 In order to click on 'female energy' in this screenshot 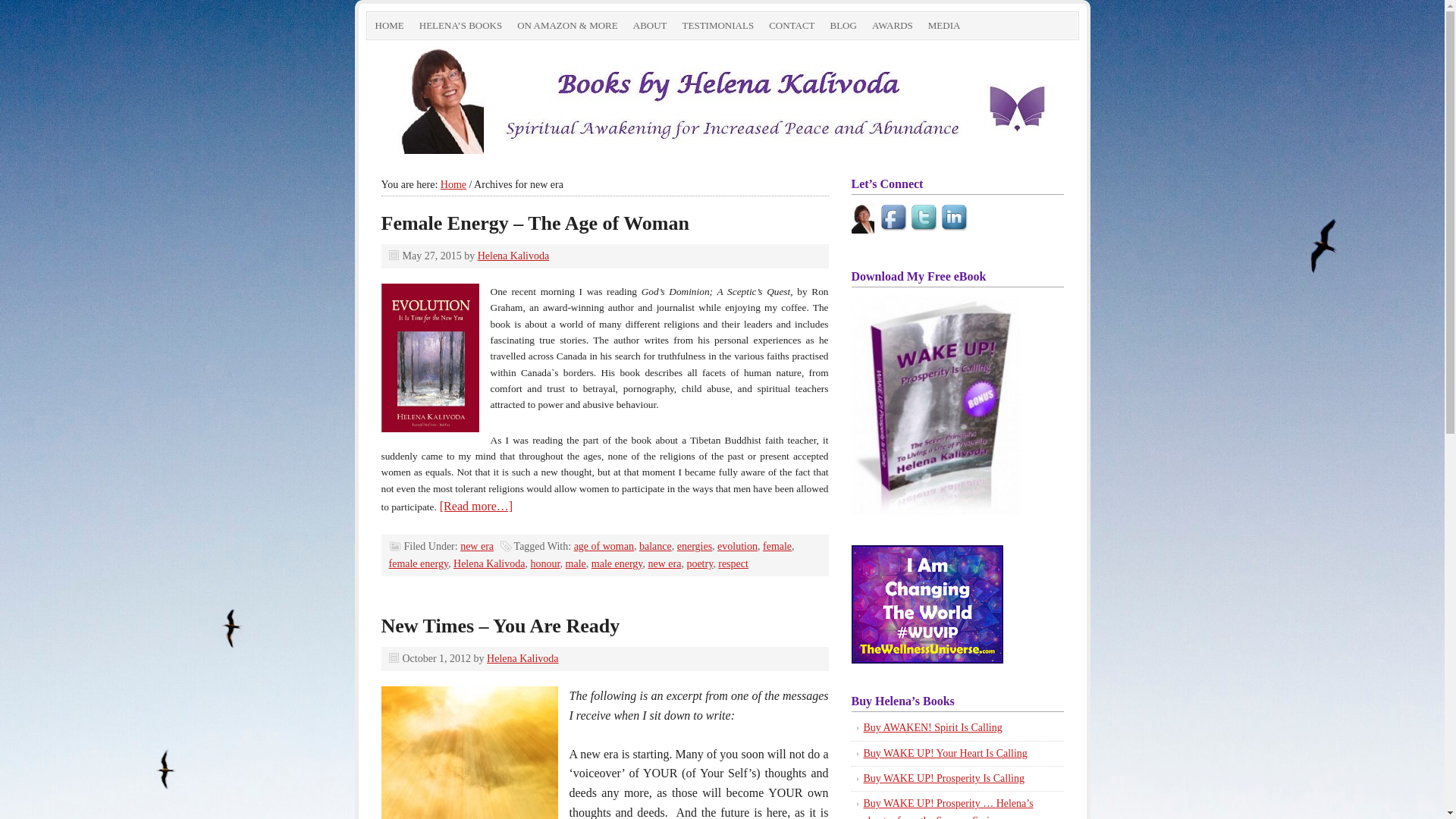, I will do `click(418, 563)`.